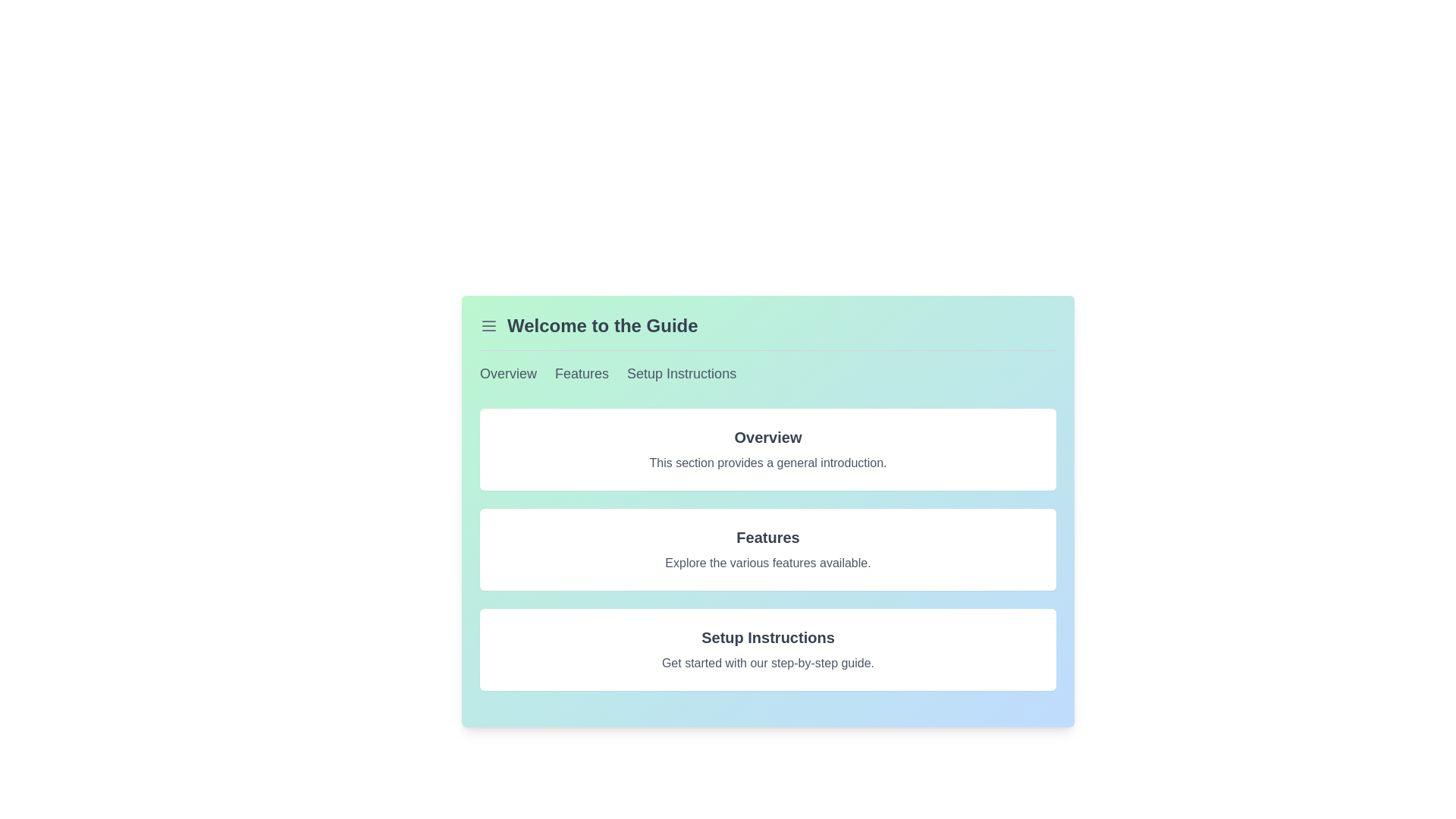  I want to click on the main heading text element that provides a clear and welcoming message to users, located centrally at the top section of the interface, so click(601, 325).